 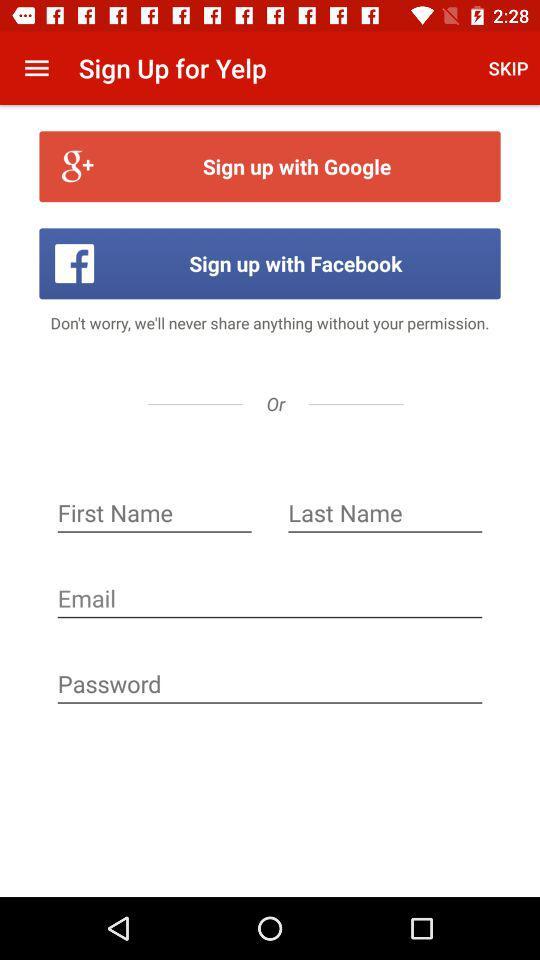 I want to click on item to the left of the sign up for app, so click(x=36, y=68).